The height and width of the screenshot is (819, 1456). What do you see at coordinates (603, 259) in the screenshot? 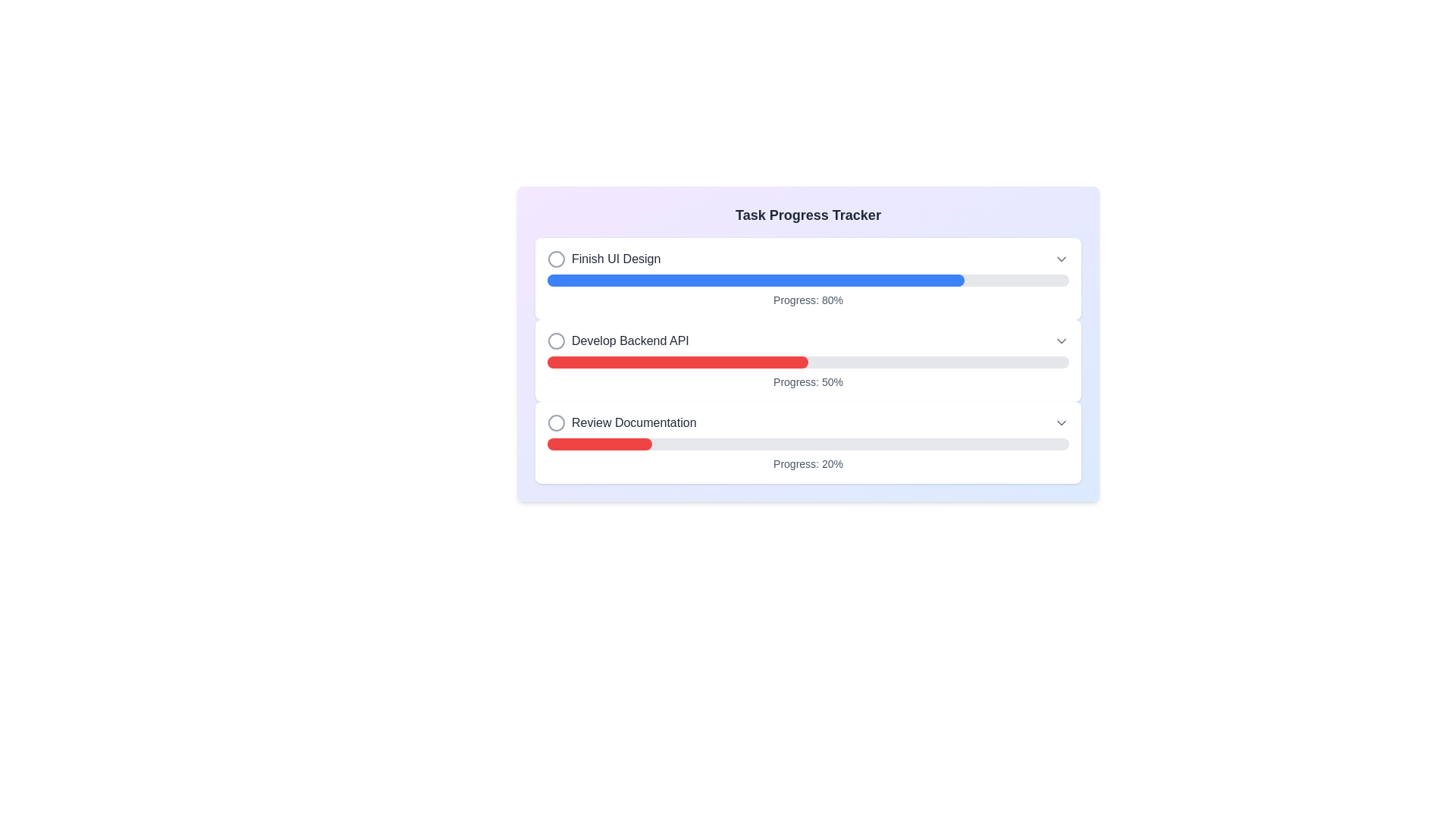
I see `the 'Finish UI Design' label with an associated progress marker icon` at bounding box center [603, 259].